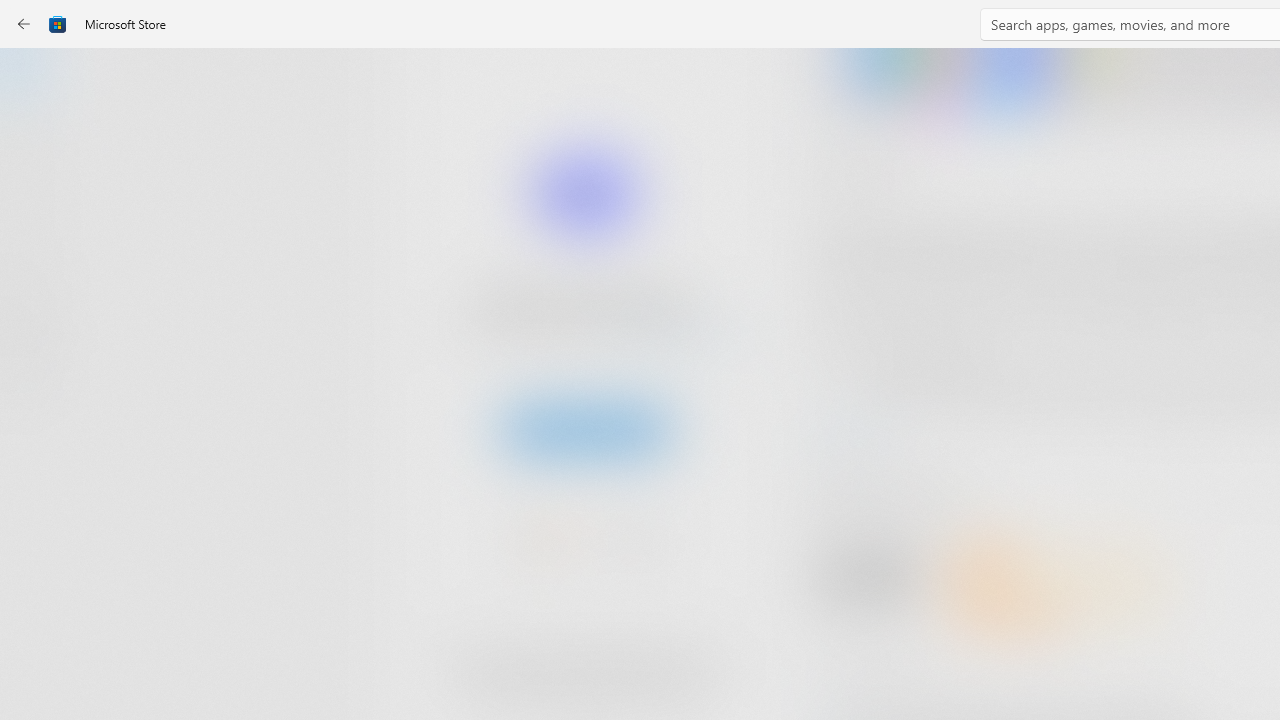 The width and height of the screenshot is (1280, 720). I want to click on 'Class: Image', so click(58, 24).